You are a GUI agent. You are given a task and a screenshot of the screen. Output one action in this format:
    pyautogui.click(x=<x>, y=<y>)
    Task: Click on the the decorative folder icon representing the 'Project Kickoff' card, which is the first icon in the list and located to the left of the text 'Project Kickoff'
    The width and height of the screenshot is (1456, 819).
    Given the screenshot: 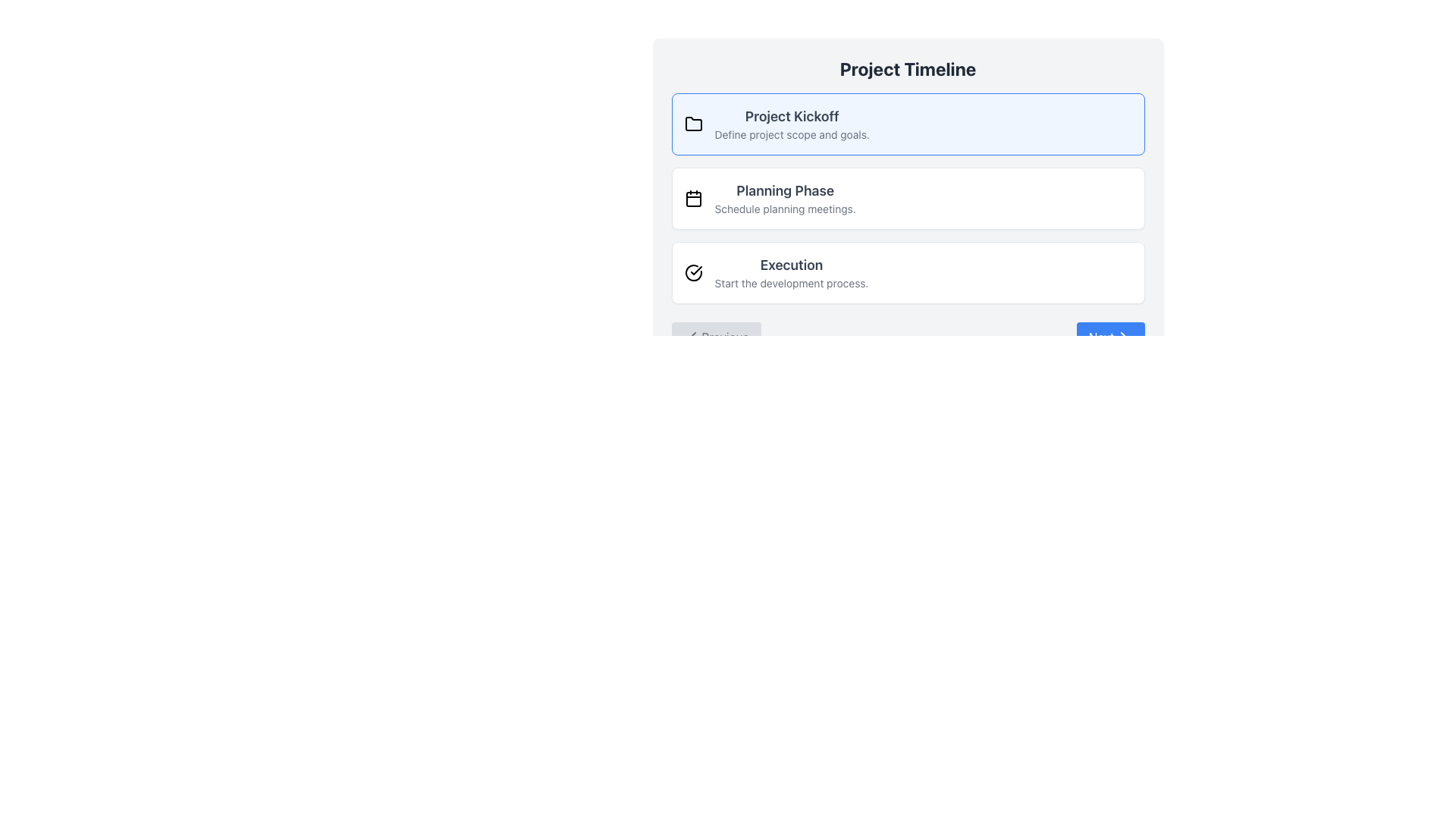 What is the action you would take?
    pyautogui.click(x=692, y=124)
    